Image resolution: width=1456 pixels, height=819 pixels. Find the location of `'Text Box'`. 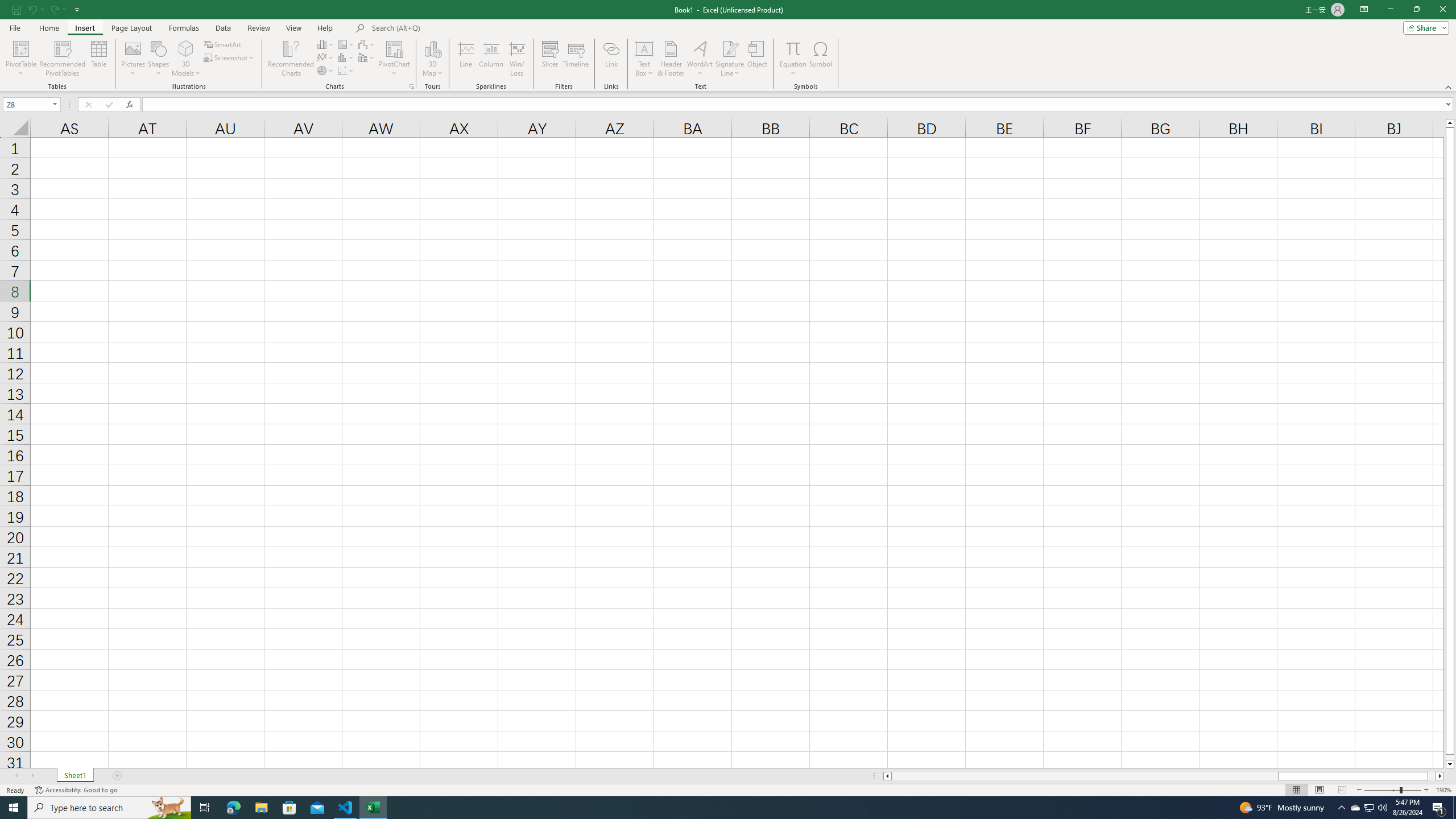

'Text Box' is located at coordinates (644, 59).